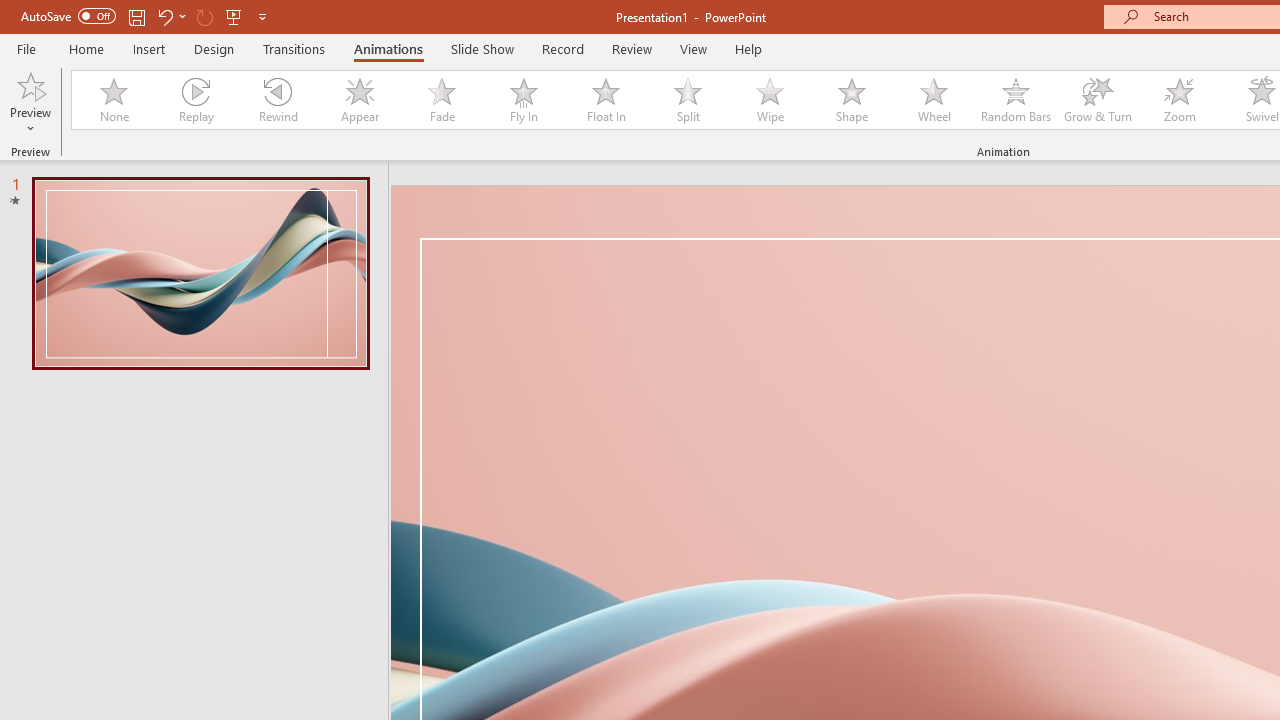 The width and height of the screenshot is (1280, 720). I want to click on 'None', so click(112, 100).